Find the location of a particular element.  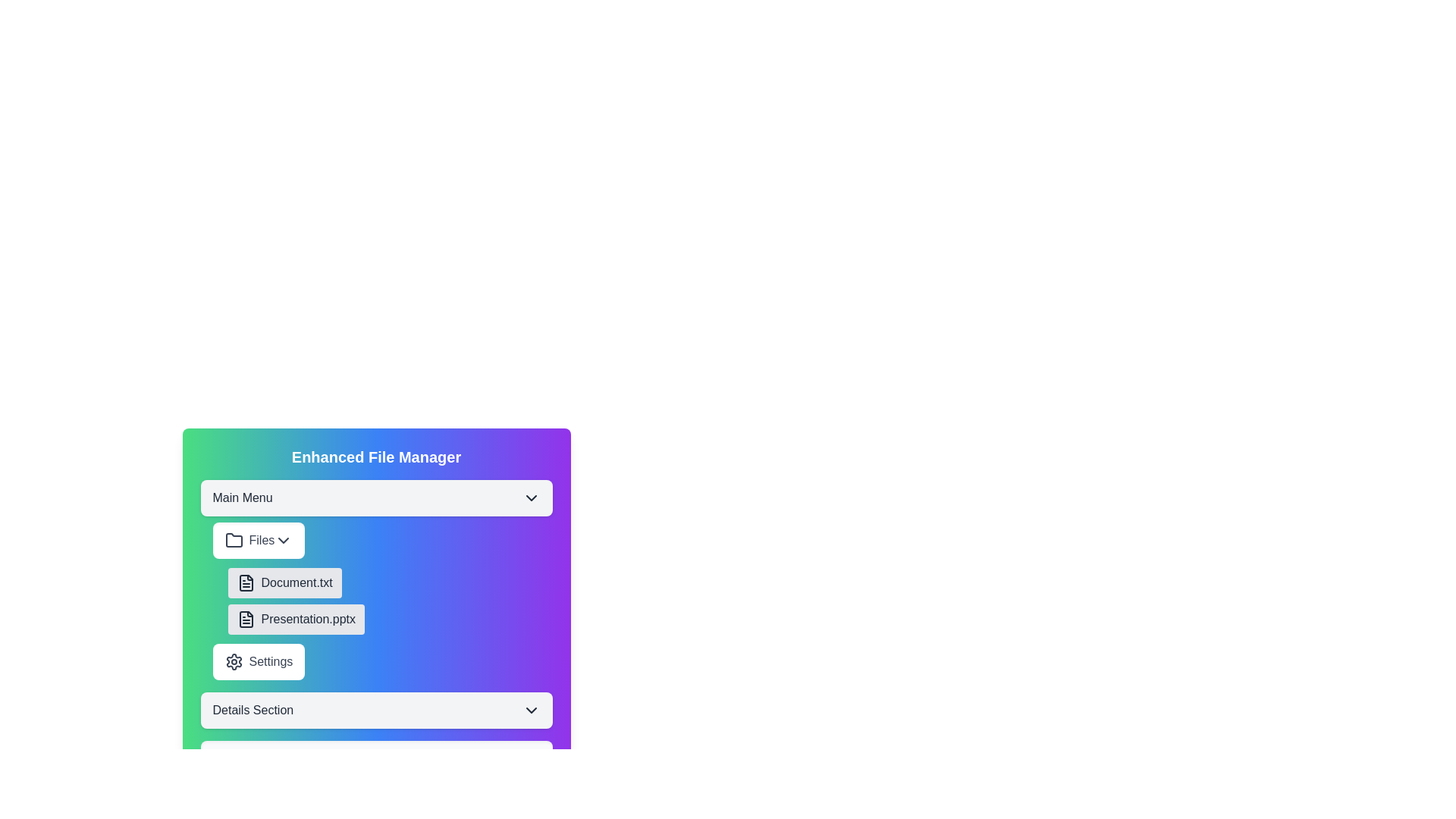

the file or document icon, which is a vector graphic with dark outlines and a white fill, located to the left of the text 'Presentation.pptx' is located at coordinates (246, 582).